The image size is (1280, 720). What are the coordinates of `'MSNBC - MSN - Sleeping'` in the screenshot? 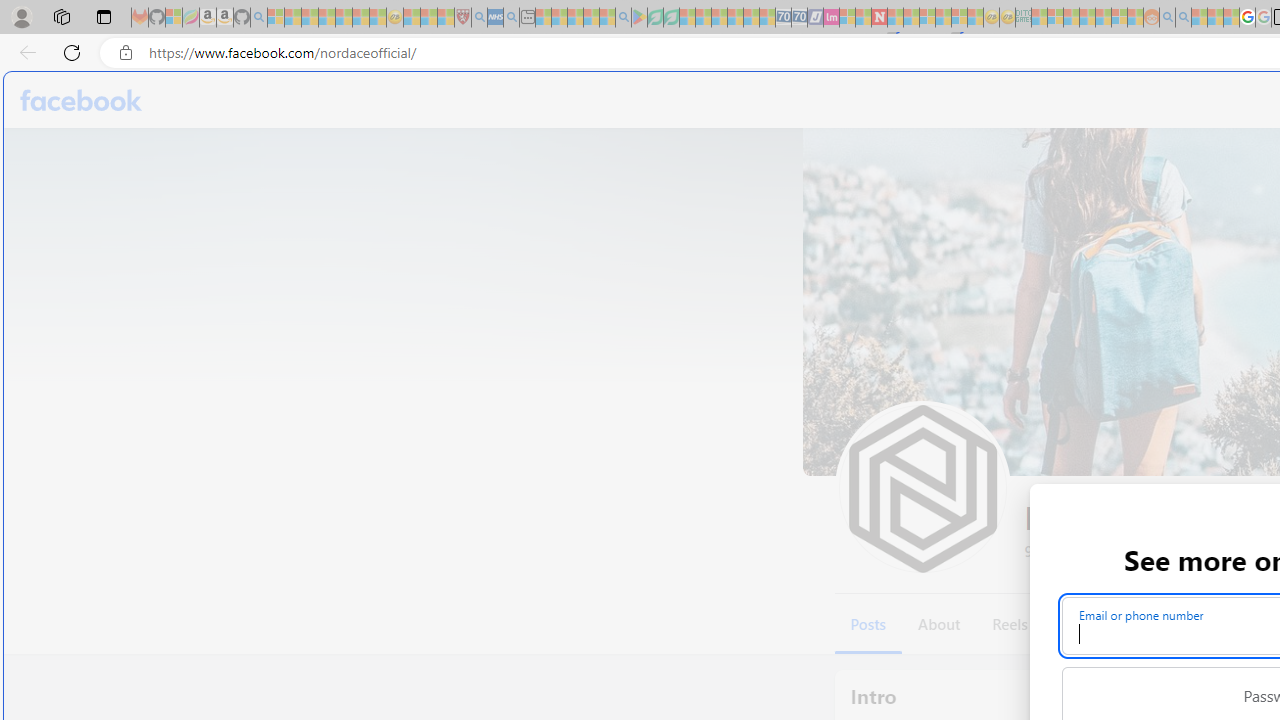 It's located at (1039, 17).